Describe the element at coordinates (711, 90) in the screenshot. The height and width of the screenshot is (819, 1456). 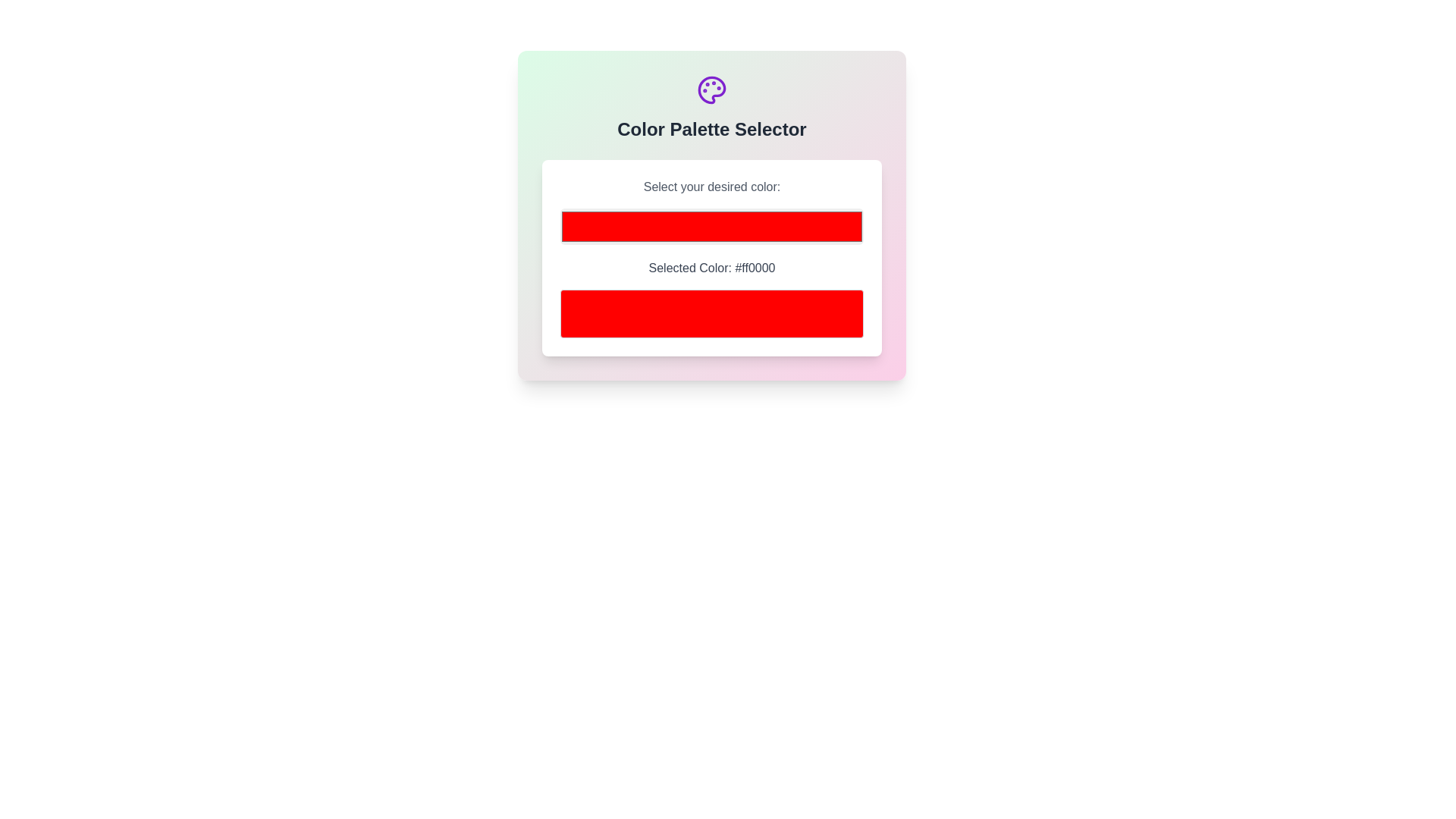
I see `the icon at the top of the component` at that location.